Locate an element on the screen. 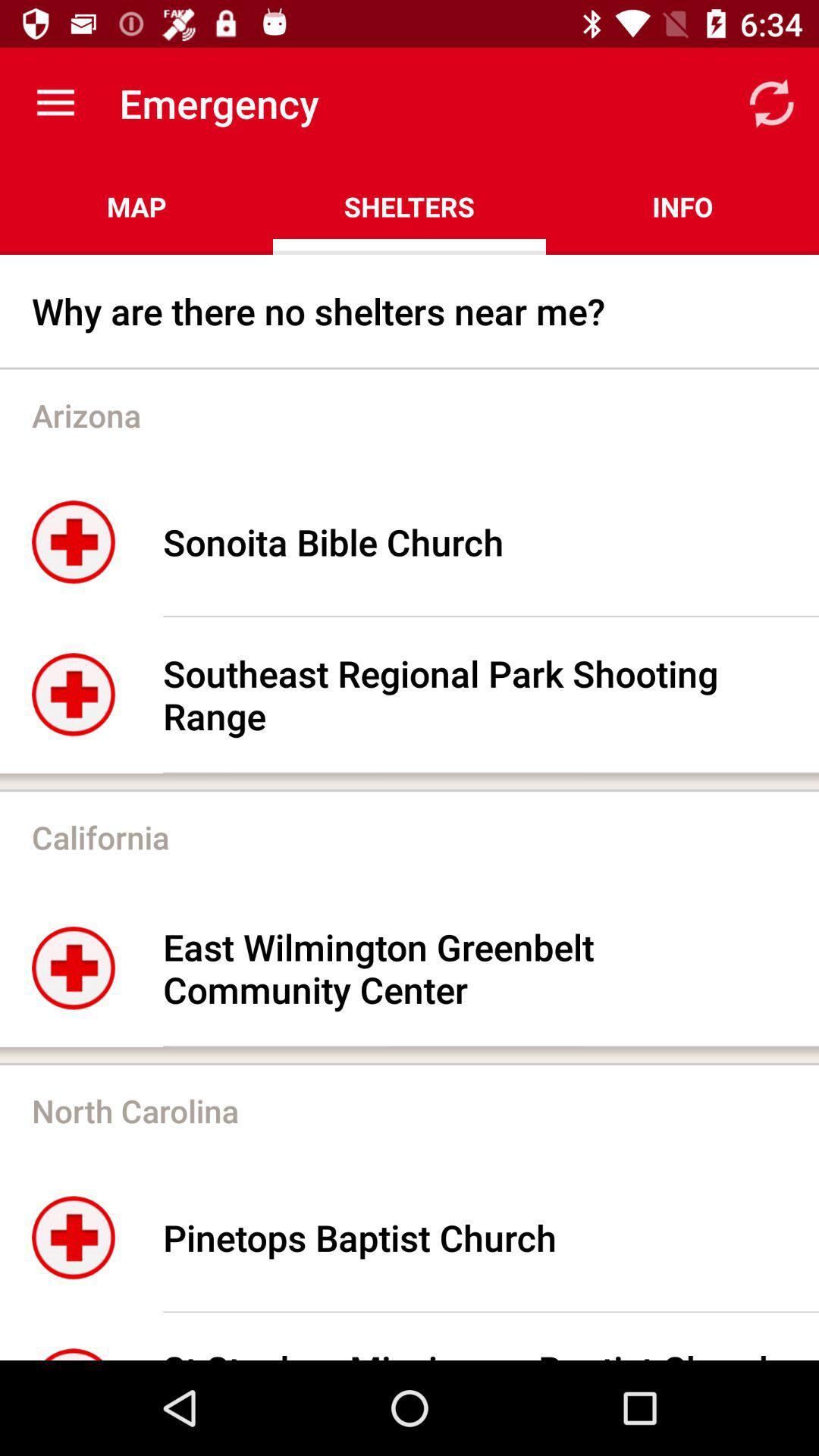 The height and width of the screenshot is (1456, 819). the app to the left of the shelters app is located at coordinates (136, 206).